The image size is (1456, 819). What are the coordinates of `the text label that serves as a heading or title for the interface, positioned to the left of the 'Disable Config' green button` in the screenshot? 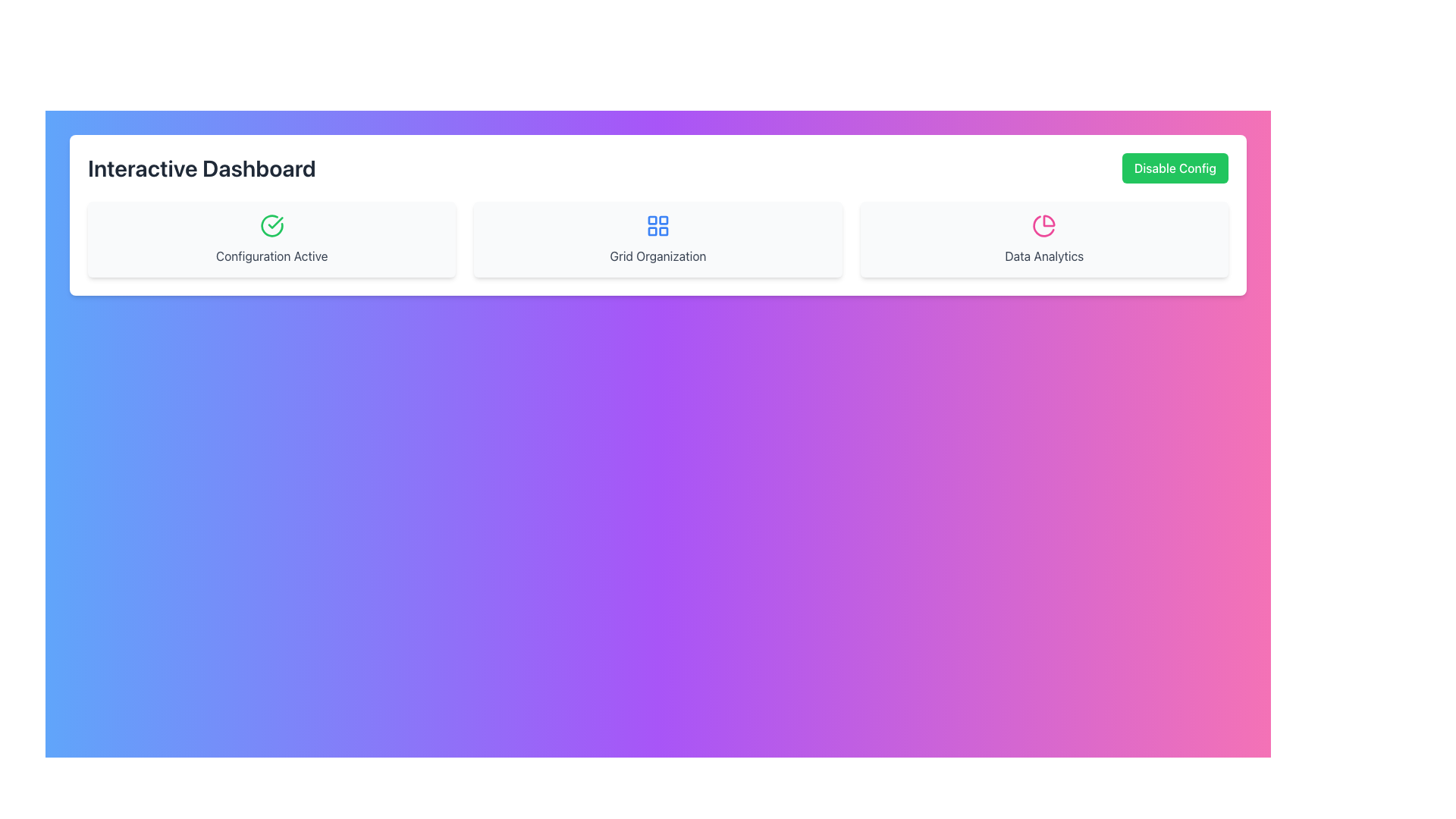 It's located at (201, 168).